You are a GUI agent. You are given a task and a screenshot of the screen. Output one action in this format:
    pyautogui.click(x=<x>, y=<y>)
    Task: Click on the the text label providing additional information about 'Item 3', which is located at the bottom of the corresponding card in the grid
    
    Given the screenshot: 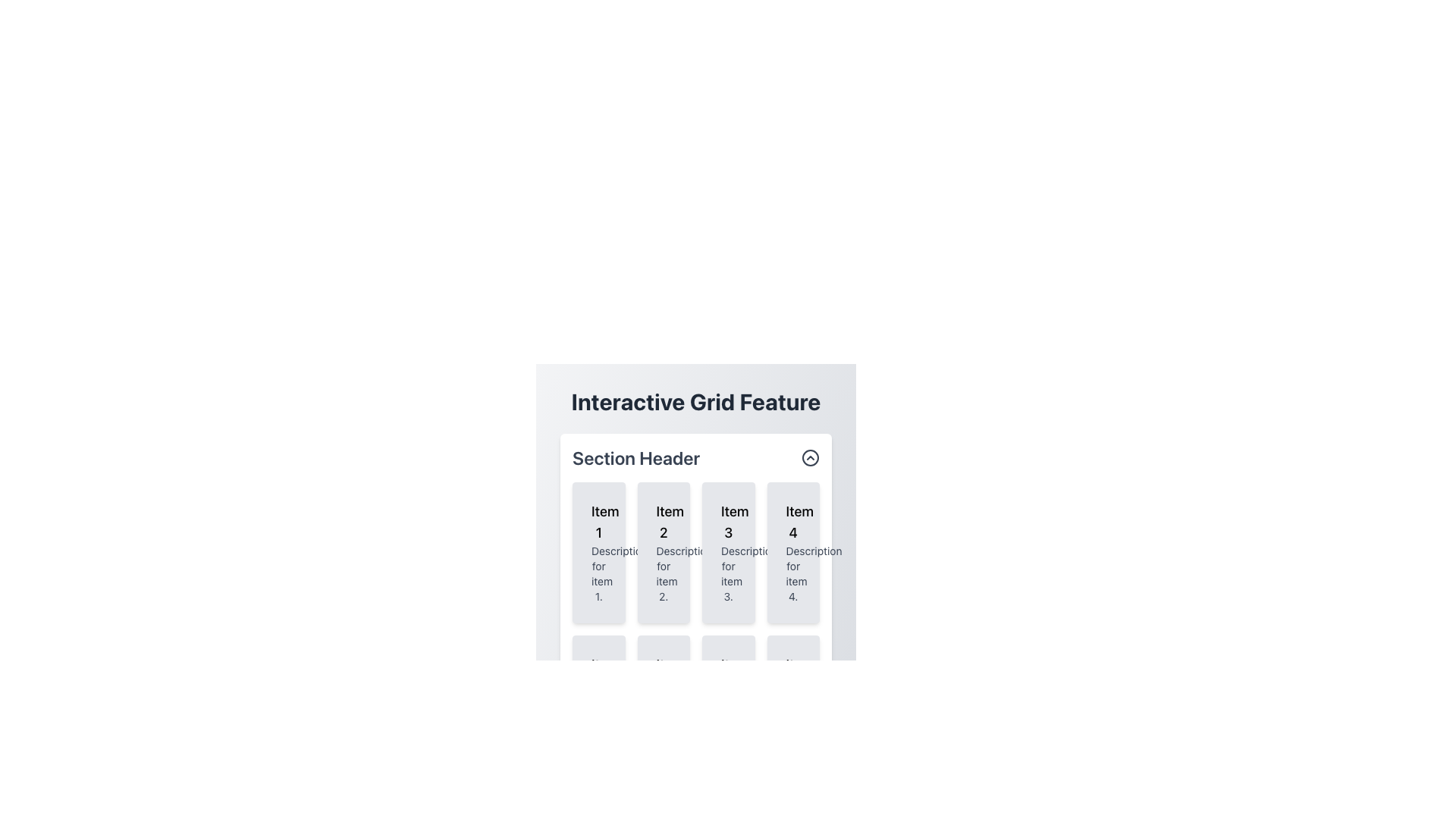 What is the action you would take?
    pyautogui.click(x=728, y=573)
    